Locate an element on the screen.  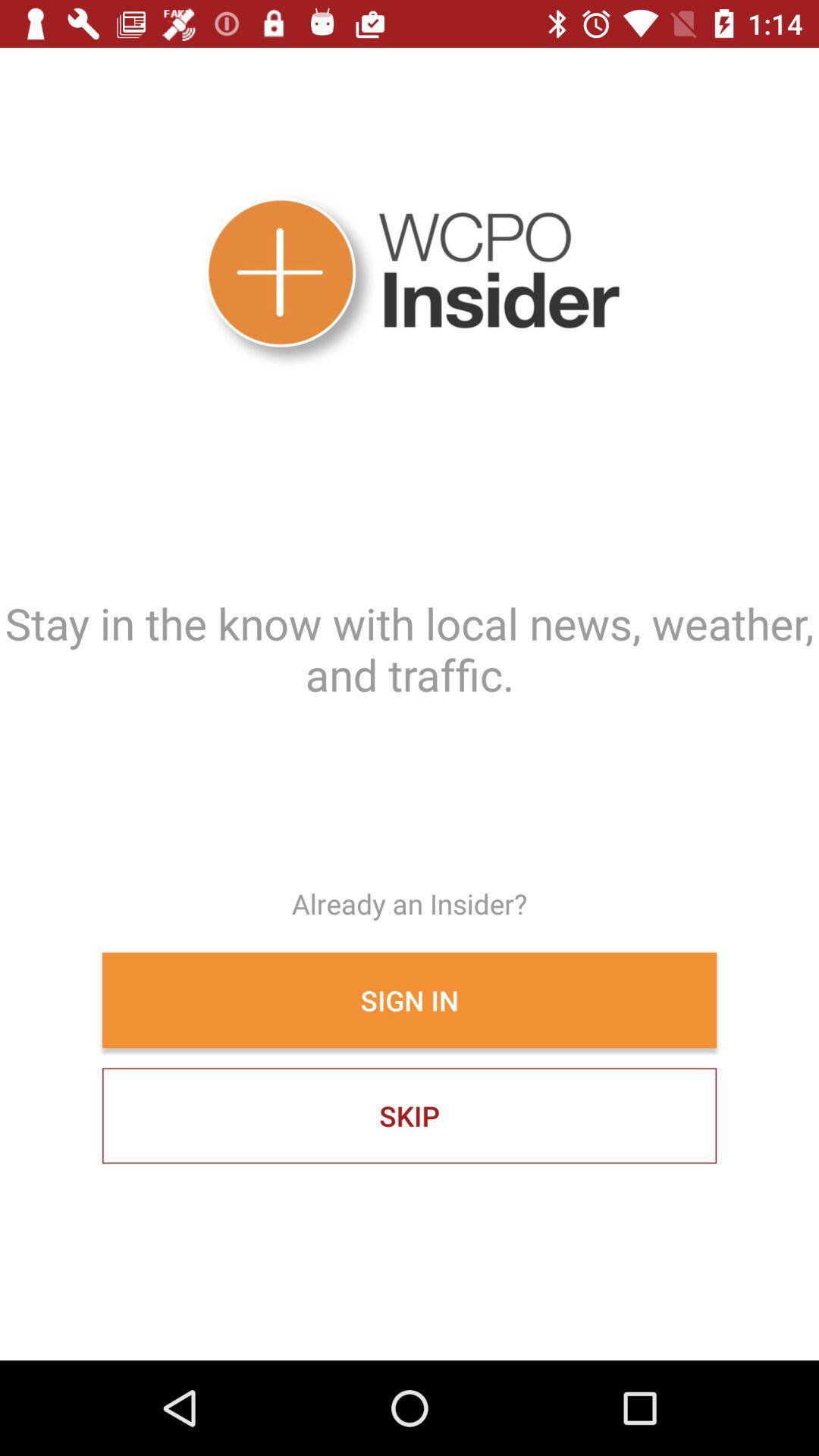
icon below the sign in is located at coordinates (409, 1116).